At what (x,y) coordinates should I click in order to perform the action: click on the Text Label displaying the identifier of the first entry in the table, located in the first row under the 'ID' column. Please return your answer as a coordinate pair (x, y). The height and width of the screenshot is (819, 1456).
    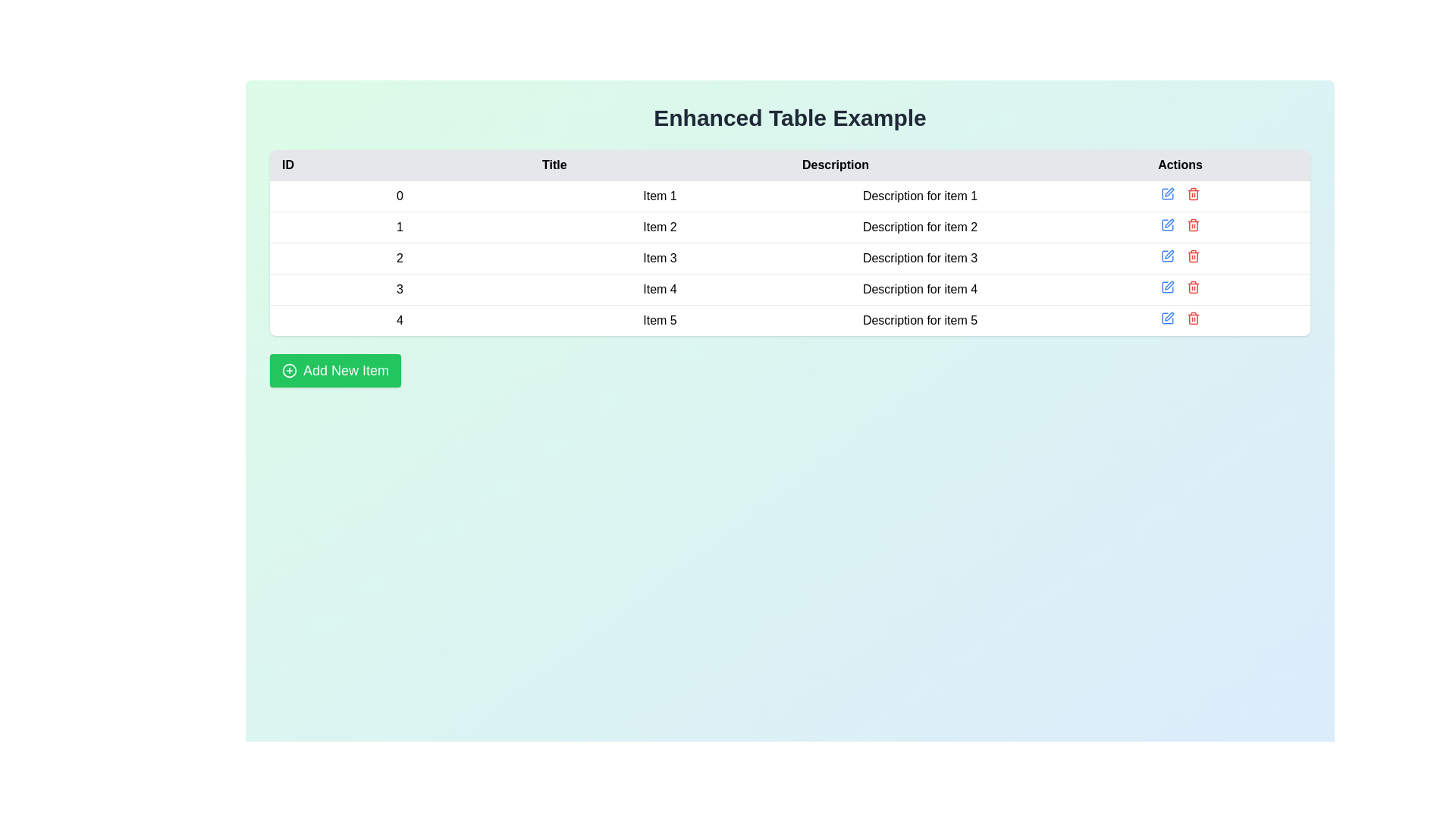
    Looking at the image, I should click on (400, 195).